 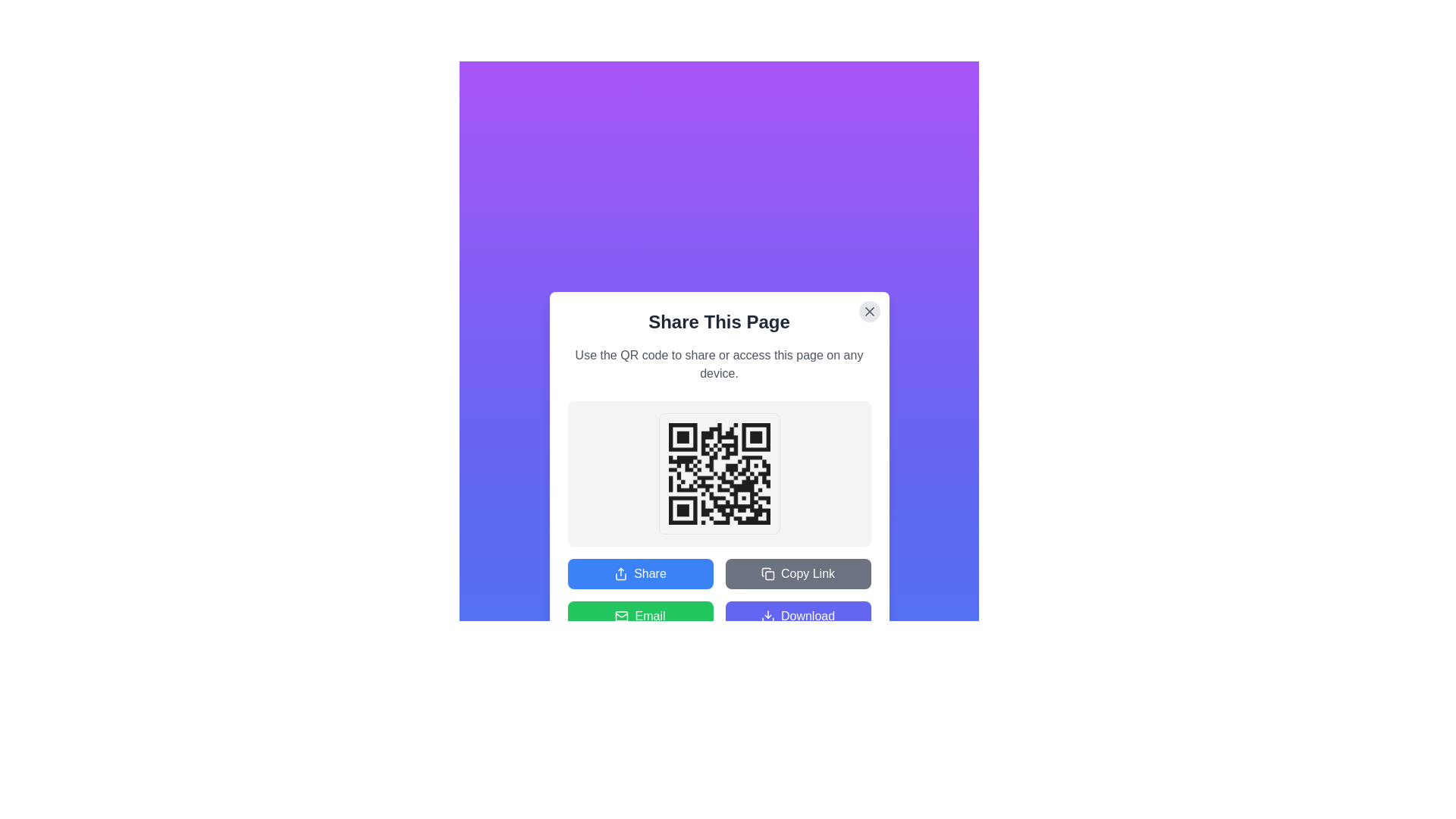 I want to click on the small copy icon, which consists of two overlapping rectangles and is located inside the 'Copy Link' button, next to the text 'Copy Link', so click(x=767, y=573).